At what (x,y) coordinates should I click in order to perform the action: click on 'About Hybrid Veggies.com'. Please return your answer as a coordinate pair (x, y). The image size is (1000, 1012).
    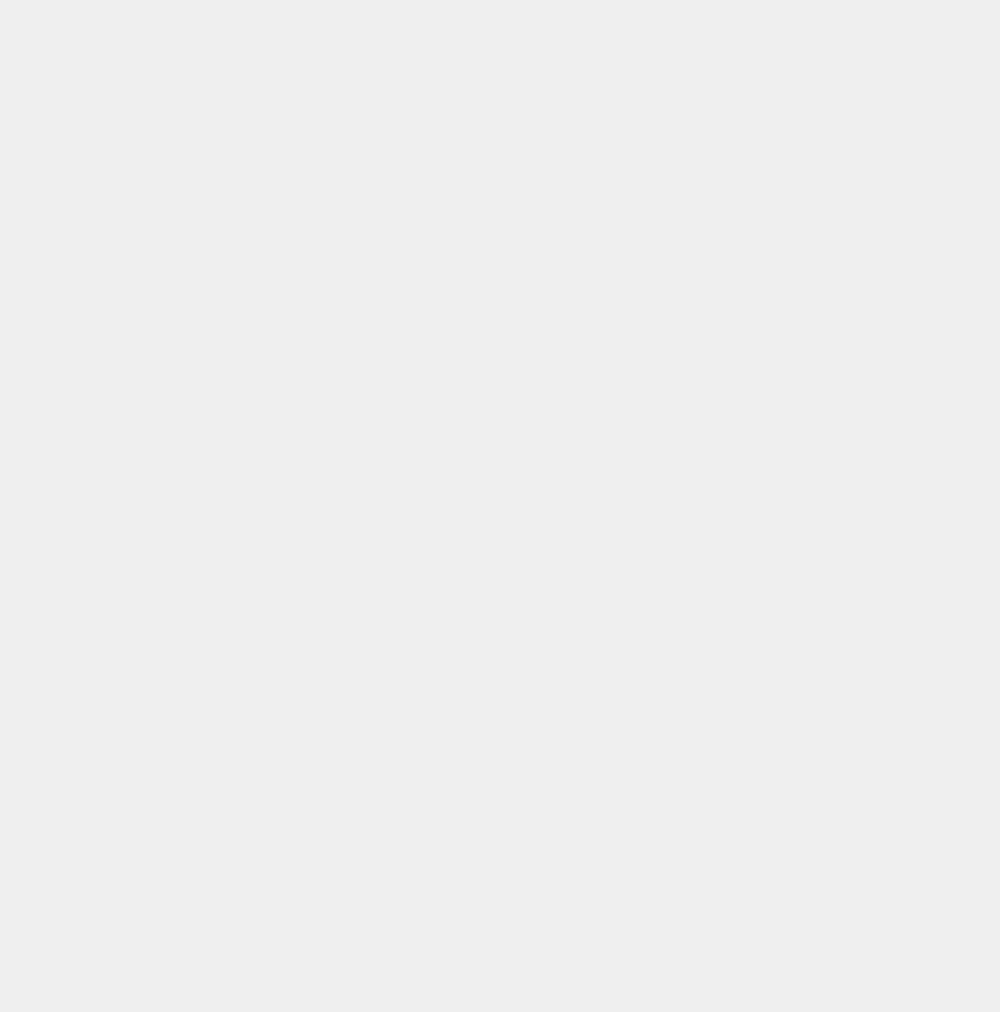
    Looking at the image, I should click on (152, 579).